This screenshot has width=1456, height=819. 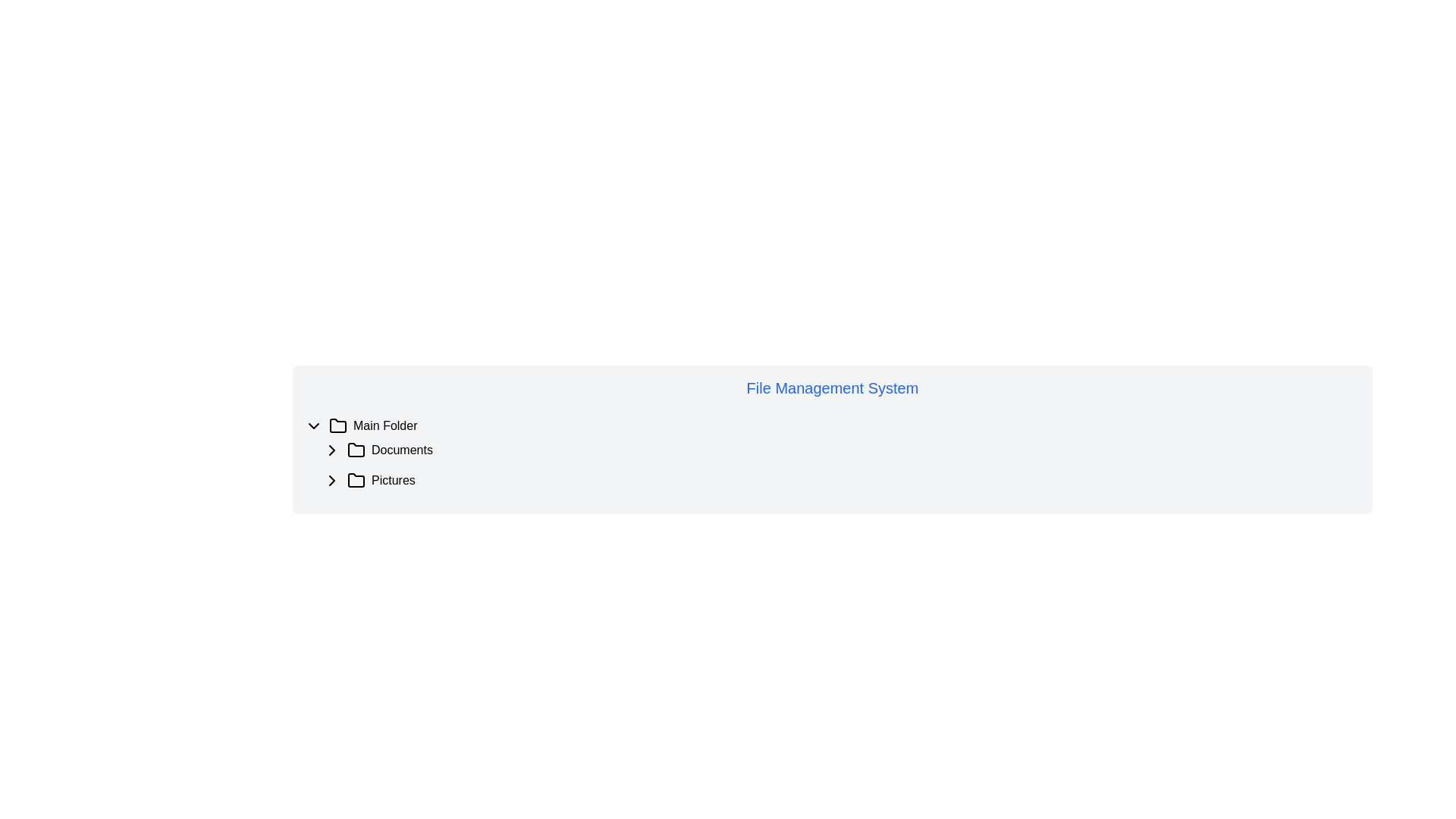 What do you see at coordinates (337, 426) in the screenshot?
I see `the folder icon that represents the 'Main Folder', which is visually situated to the left of the text and part of a row at the top of a hierarchical list structure` at bounding box center [337, 426].